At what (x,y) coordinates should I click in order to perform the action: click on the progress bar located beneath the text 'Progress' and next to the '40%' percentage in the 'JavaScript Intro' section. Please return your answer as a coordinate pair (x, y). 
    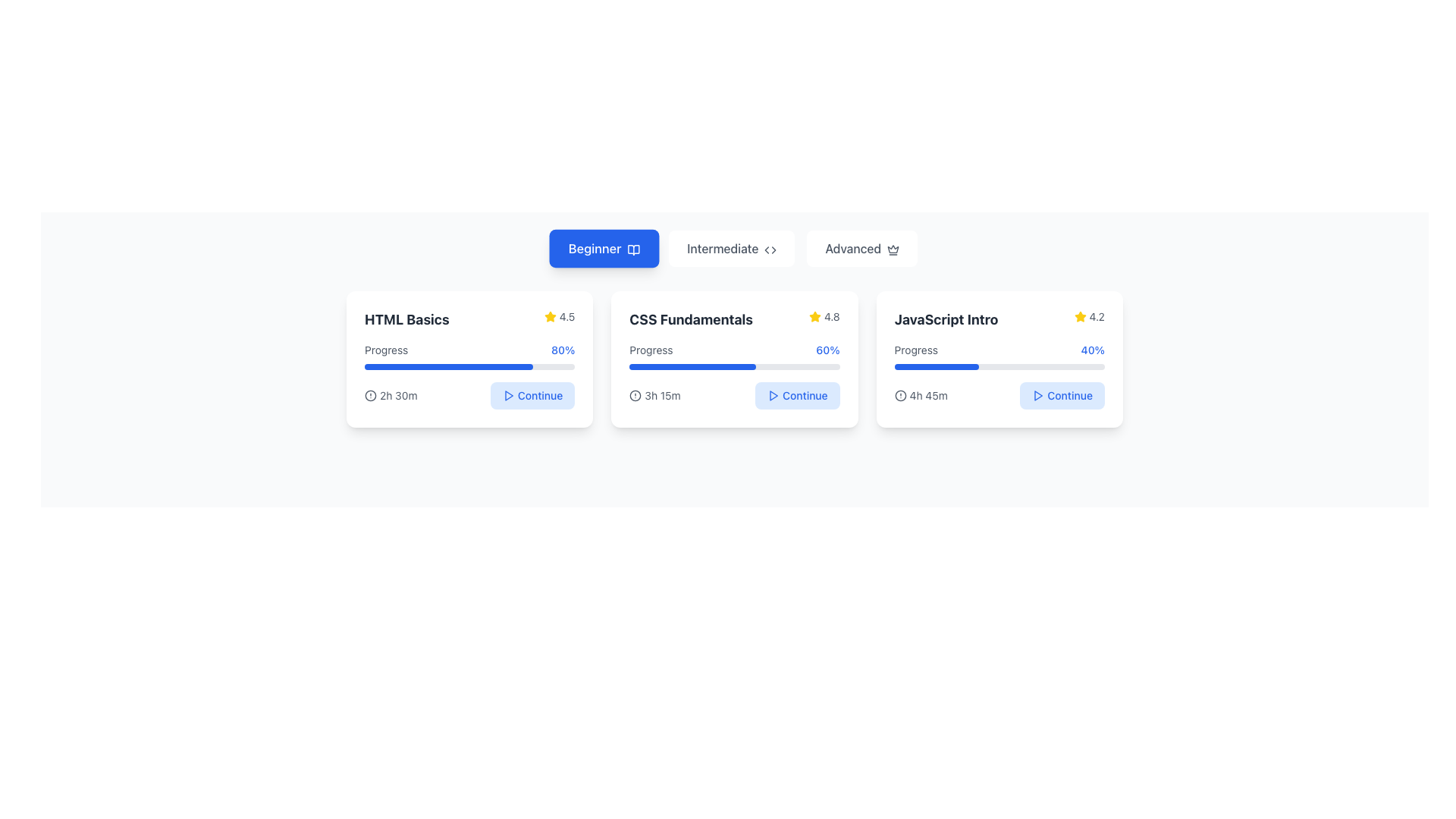
    Looking at the image, I should click on (999, 366).